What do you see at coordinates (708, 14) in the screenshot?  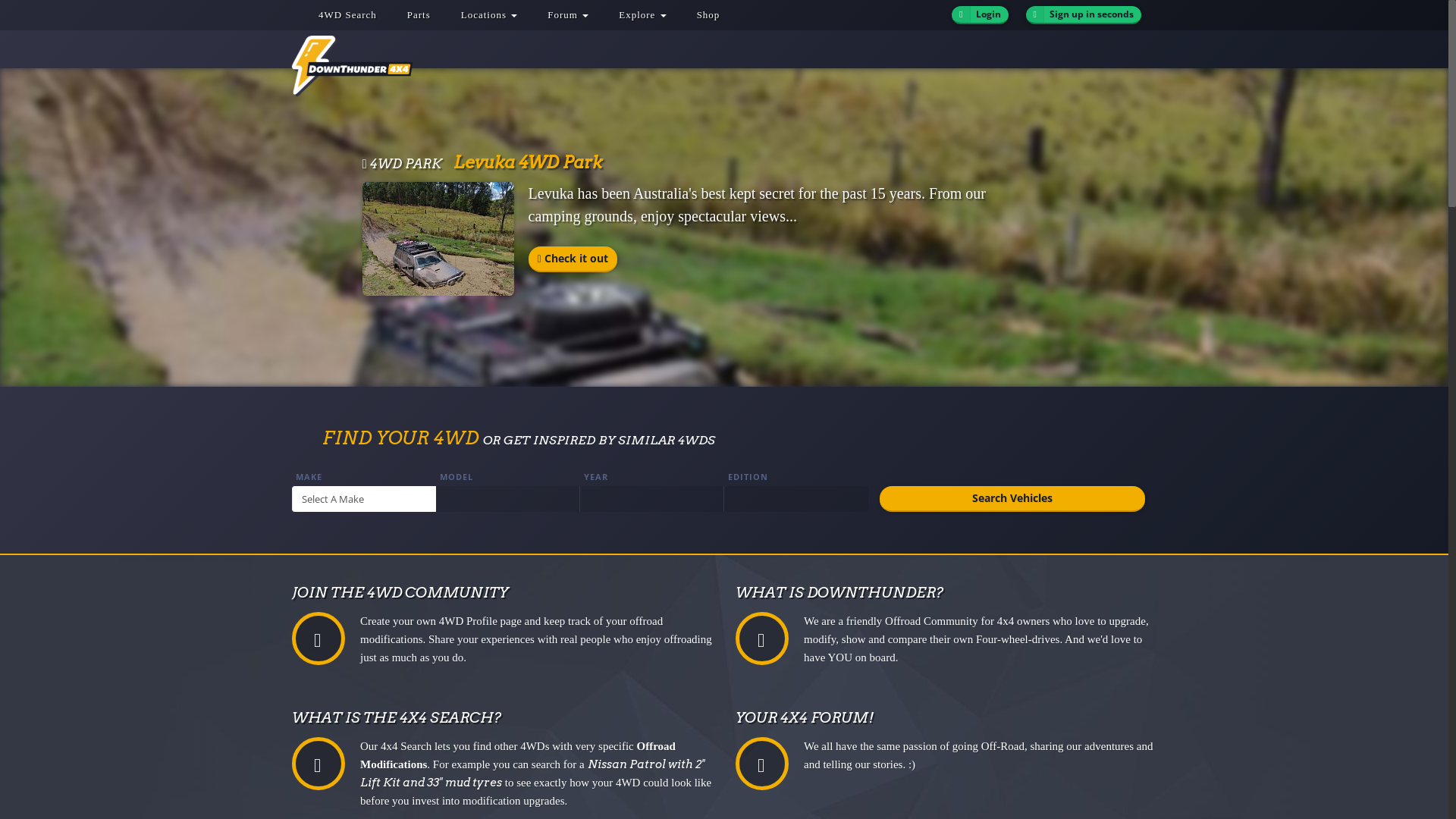 I see `'Shop'` at bounding box center [708, 14].